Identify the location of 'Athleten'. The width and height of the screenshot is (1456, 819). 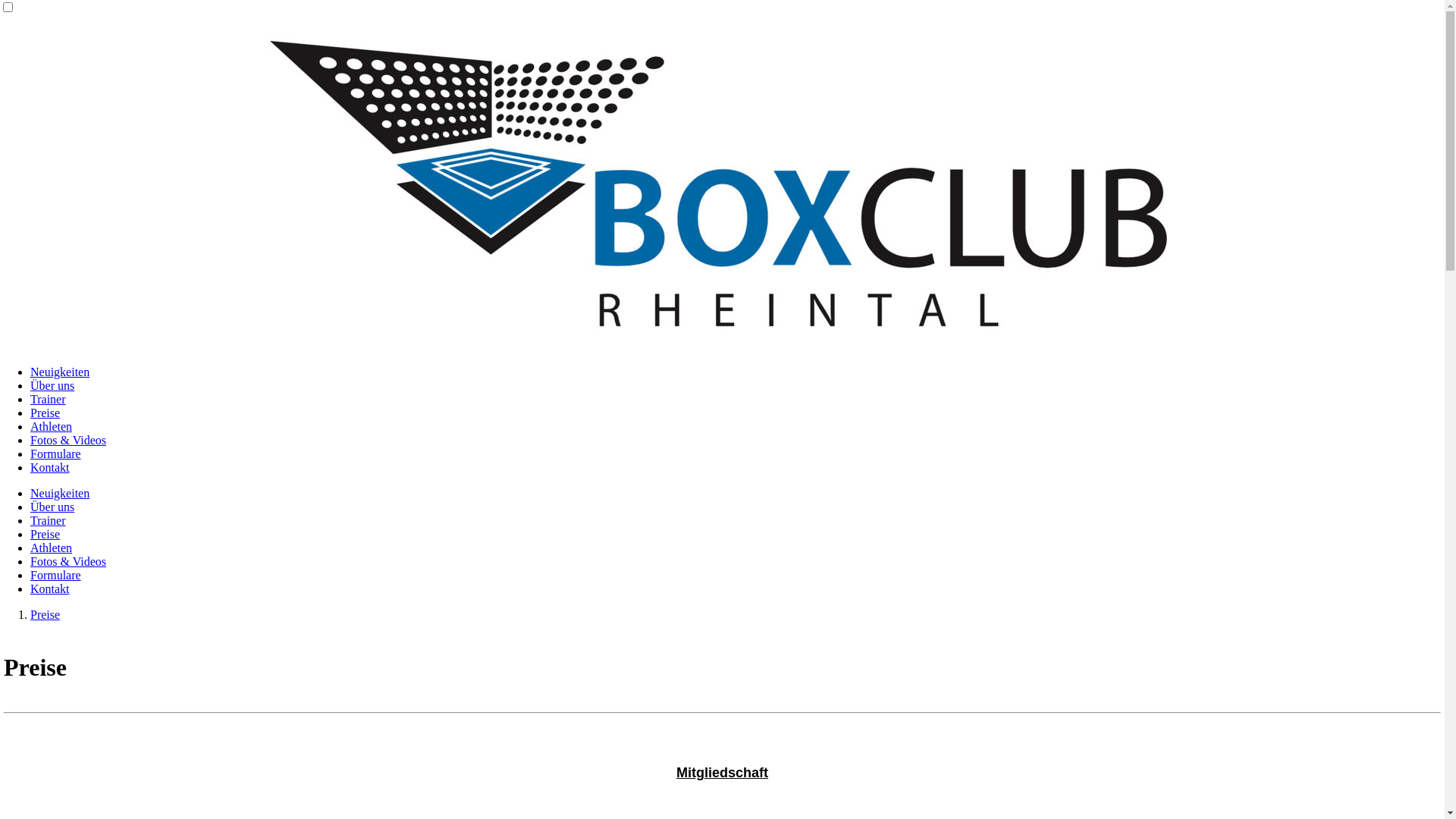
(51, 548).